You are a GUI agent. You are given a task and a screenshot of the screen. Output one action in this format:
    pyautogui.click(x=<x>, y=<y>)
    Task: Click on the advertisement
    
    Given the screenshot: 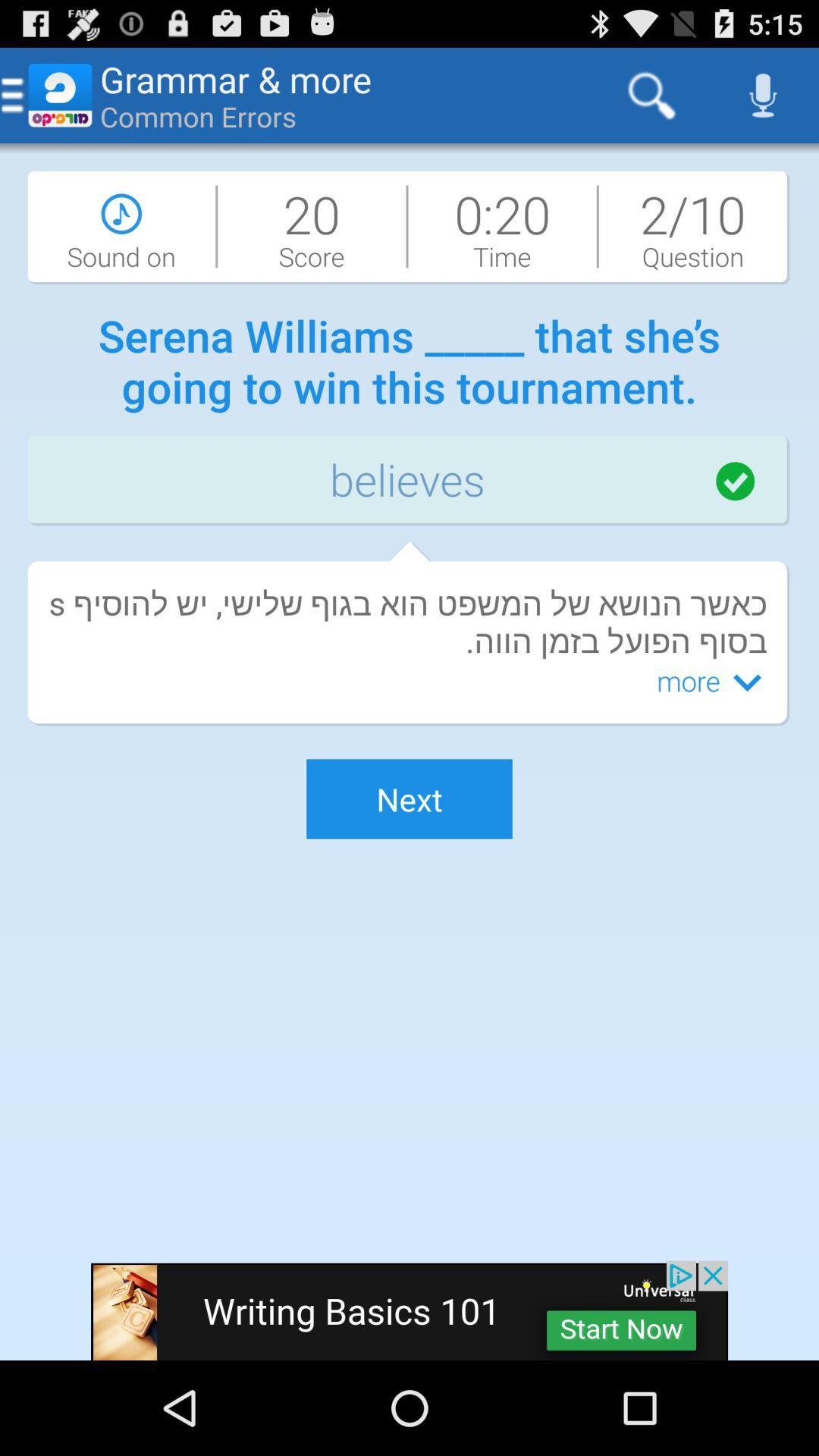 What is the action you would take?
    pyautogui.click(x=409, y=1310)
    